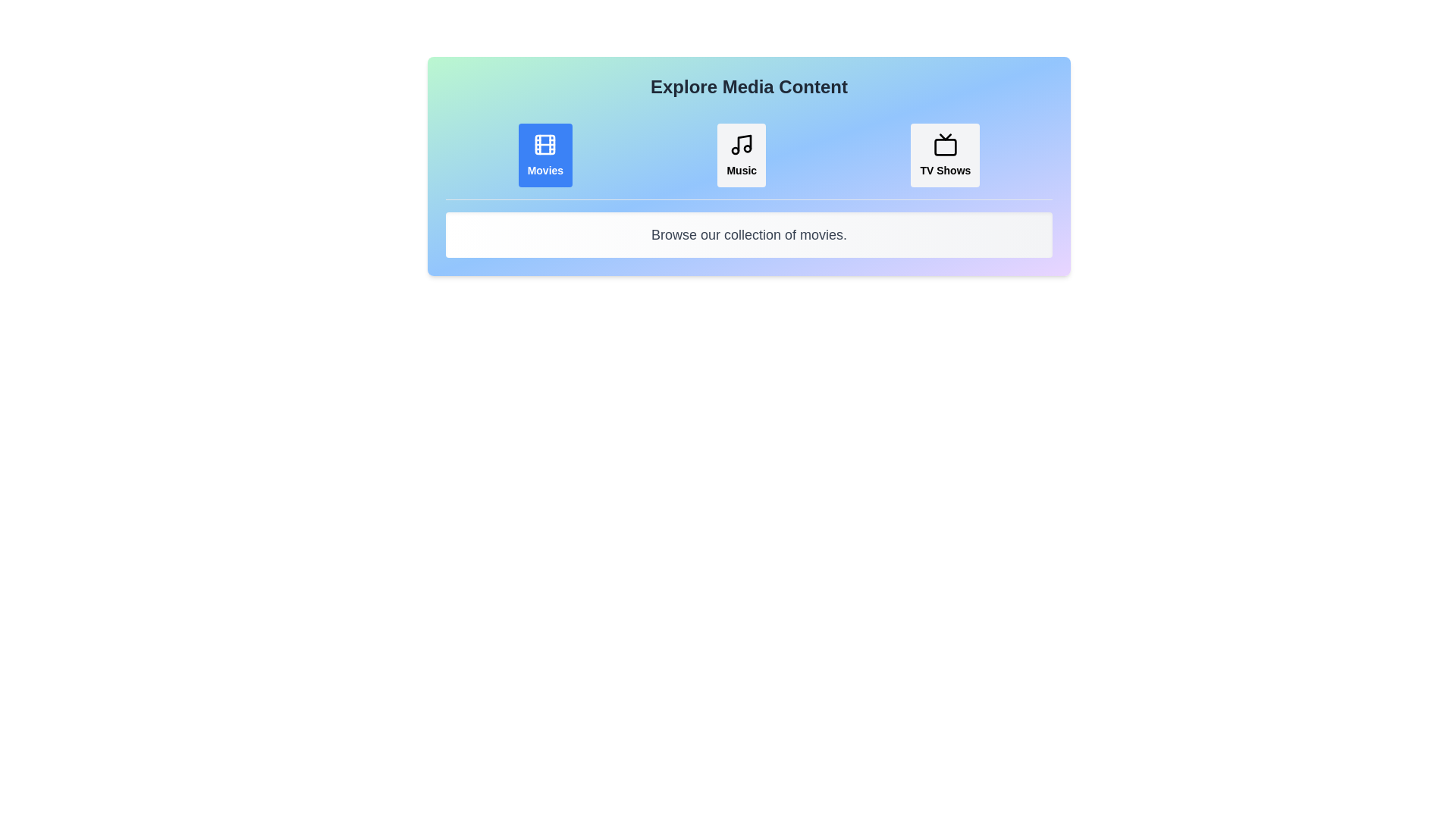  I want to click on text component displaying the word 'Movies' as a label for the associated button, which is styled in bold white on a blue background and positioned below a filmstrip icon, so click(545, 170).